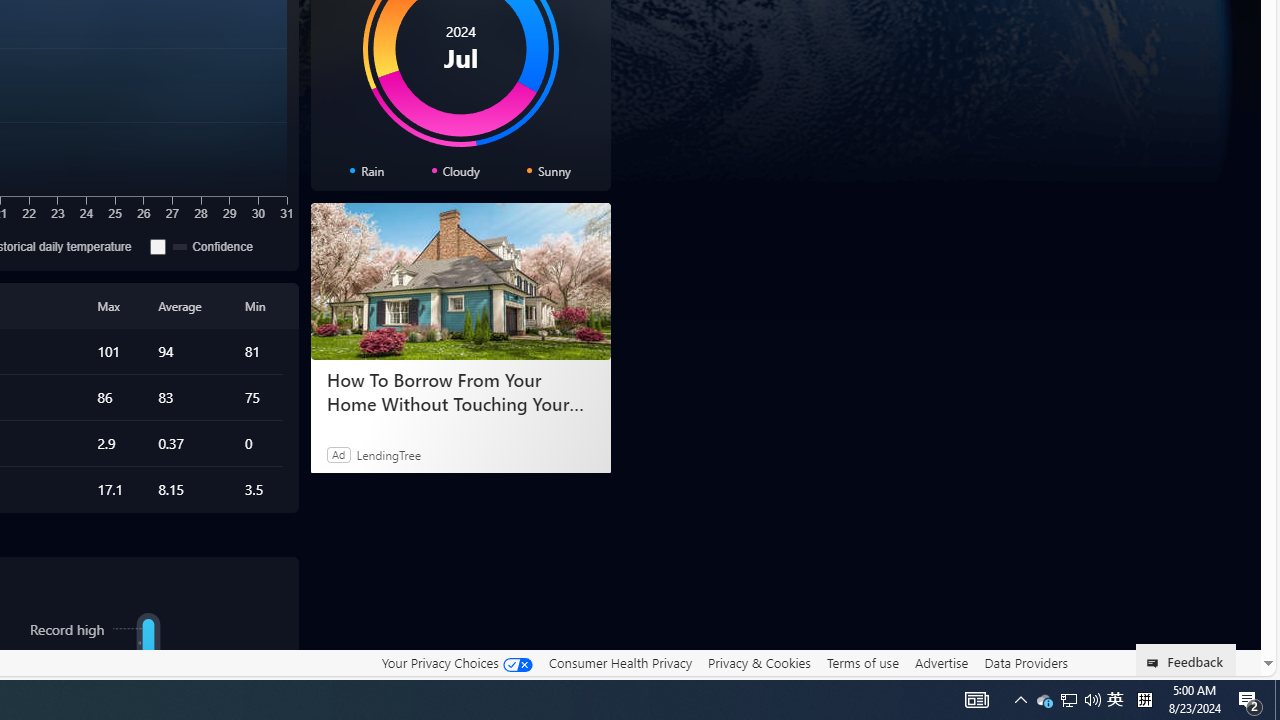 Image resolution: width=1280 pixels, height=720 pixels. I want to click on 'Consumer Health Privacy', so click(619, 662).